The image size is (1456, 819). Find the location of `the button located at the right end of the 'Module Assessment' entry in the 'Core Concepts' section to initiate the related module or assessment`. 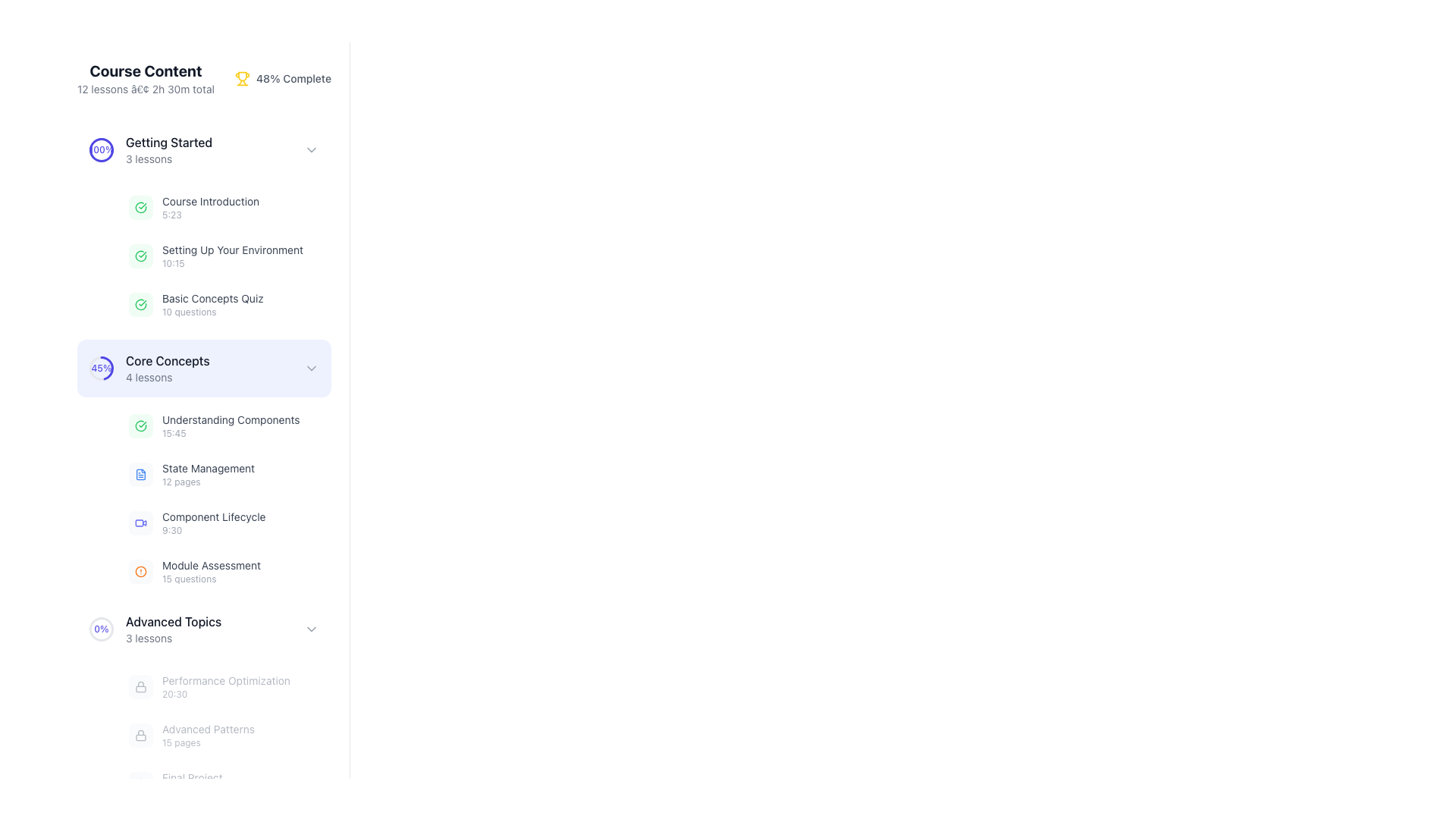

the button located at the right end of the 'Module Assessment' entry in the 'Core Concepts' section to initiate the related module or assessment is located at coordinates (309, 571).